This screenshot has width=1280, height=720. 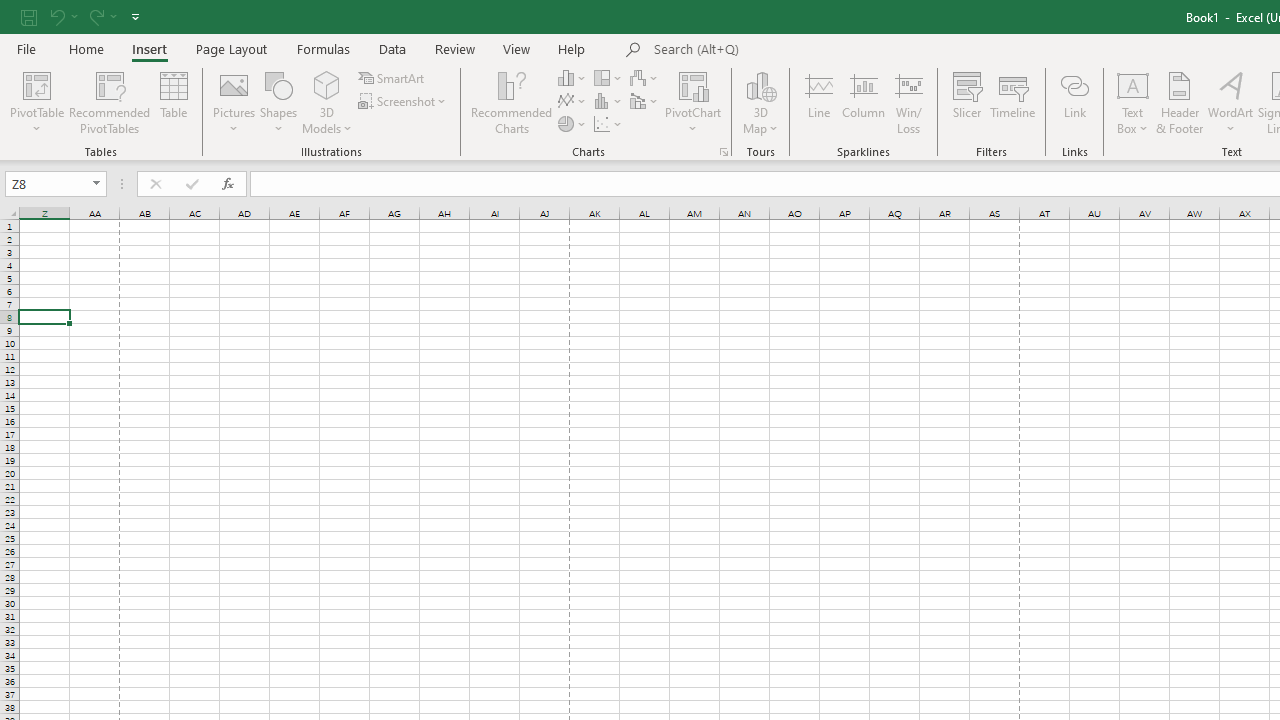 I want to click on 'PivotChart', so click(x=693, y=103).